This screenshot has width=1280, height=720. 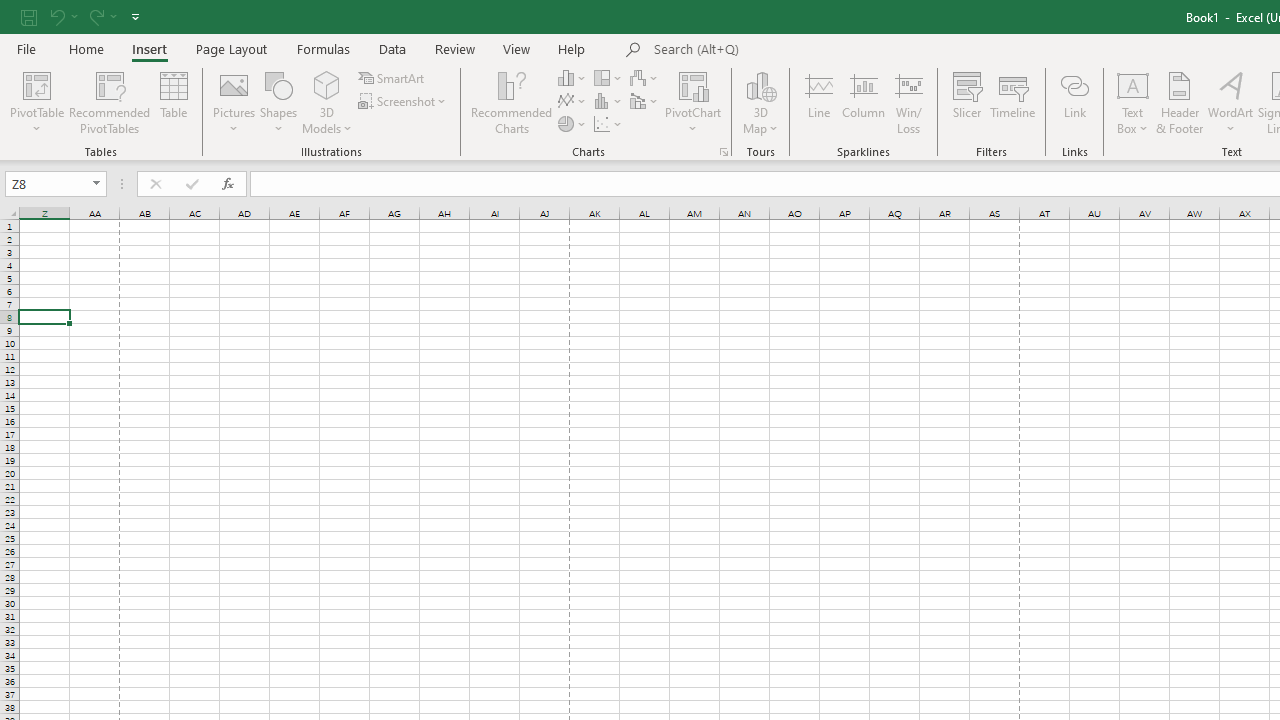 I want to click on 'PivotChart', so click(x=693, y=103).